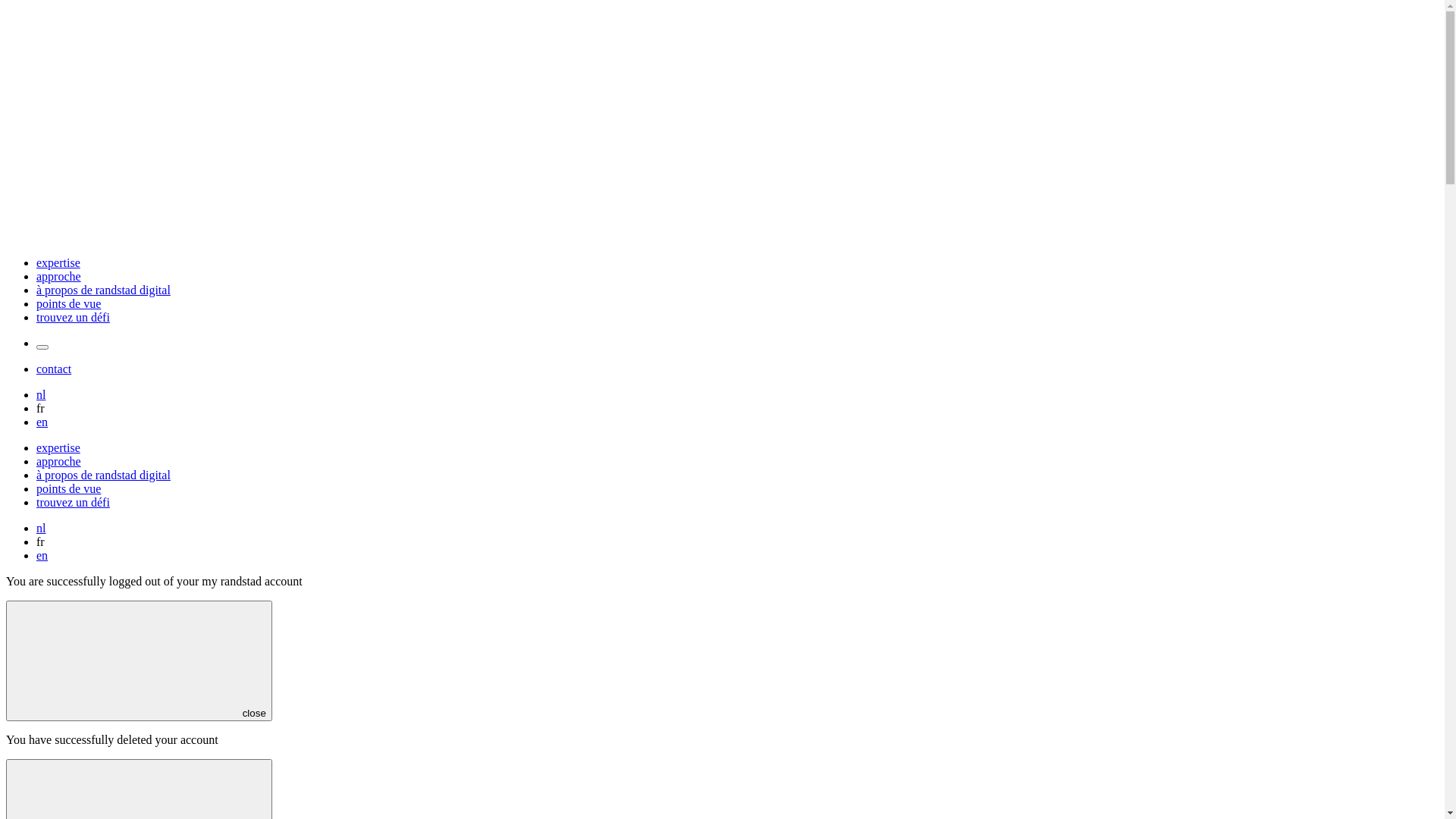 Image resolution: width=1456 pixels, height=819 pixels. Describe the element at coordinates (721, 237) in the screenshot. I see `'Randstad Digital'` at that location.